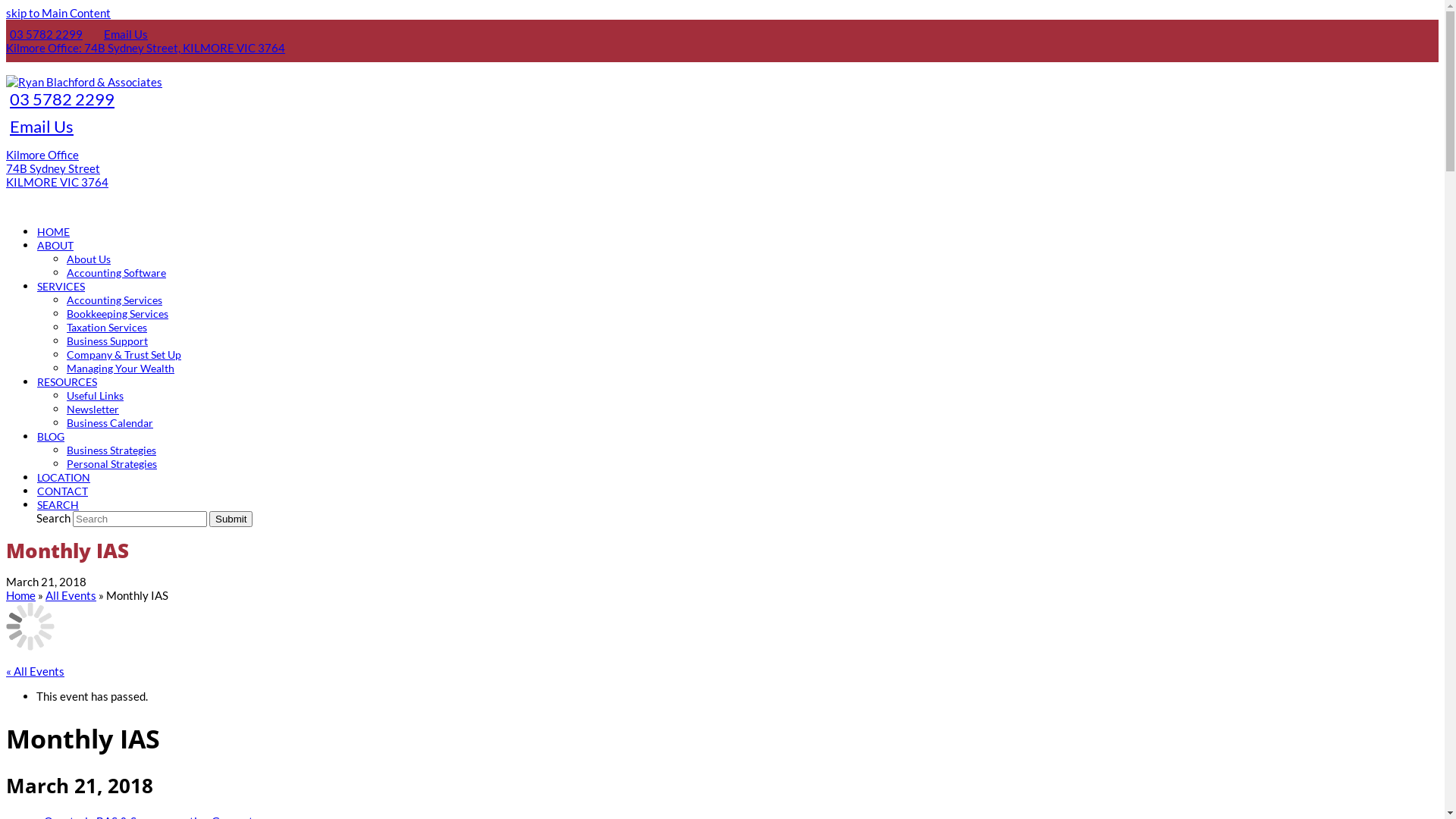 The height and width of the screenshot is (819, 1456). I want to click on 'SEARCH', so click(58, 504).